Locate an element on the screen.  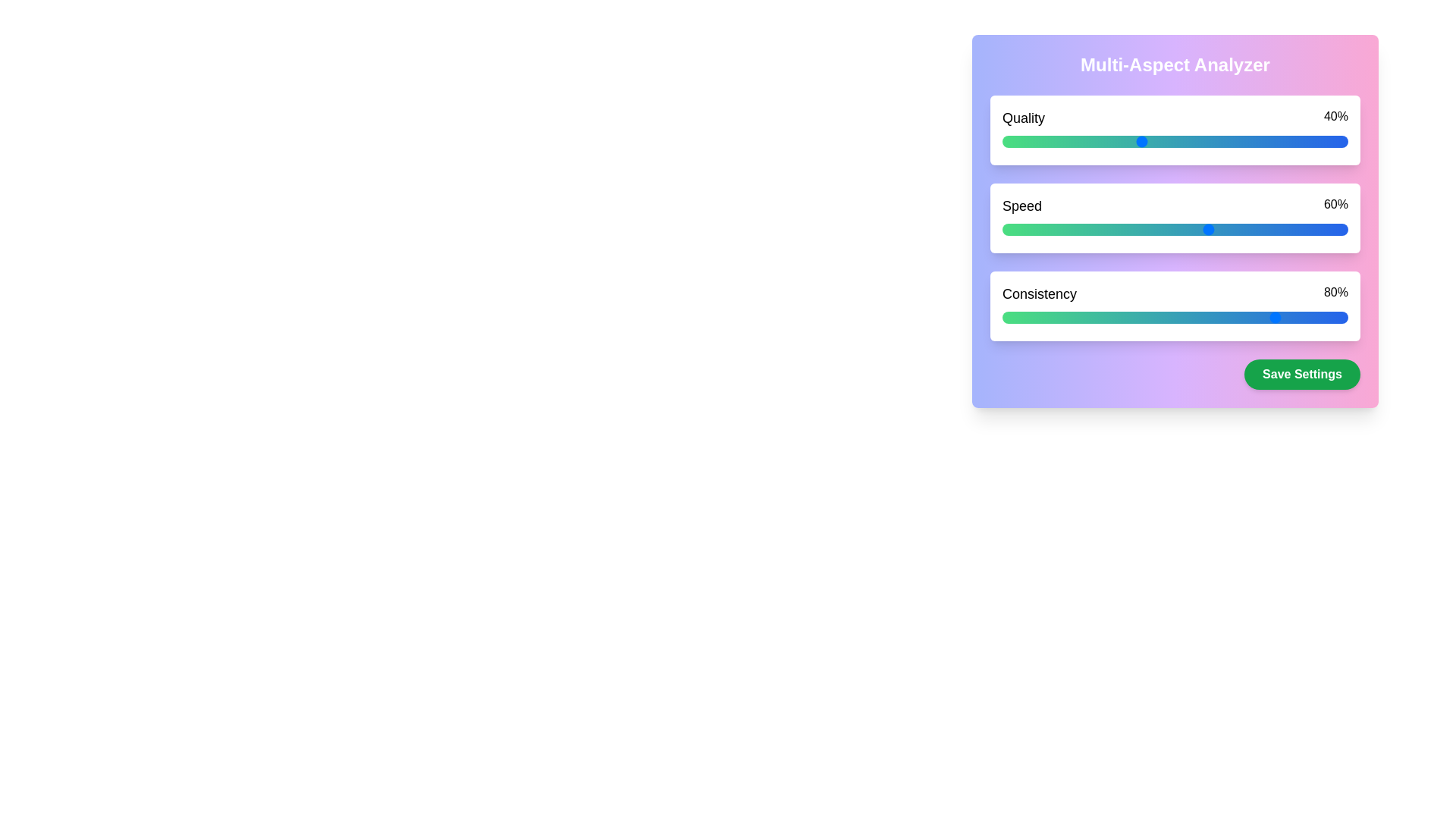
the speed value is located at coordinates (1151, 230).